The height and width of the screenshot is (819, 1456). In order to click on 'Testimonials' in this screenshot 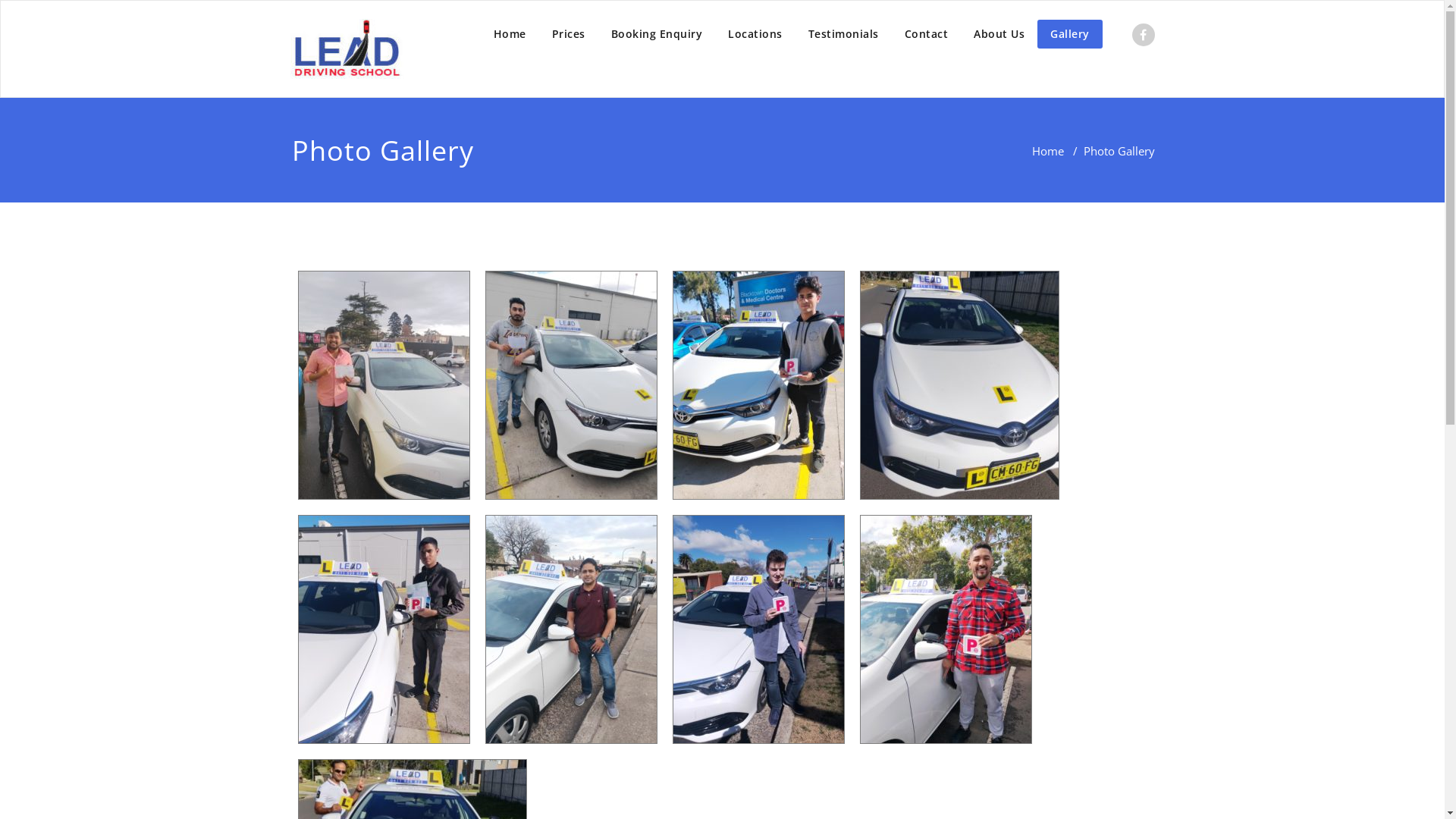, I will do `click(842, 34)`.